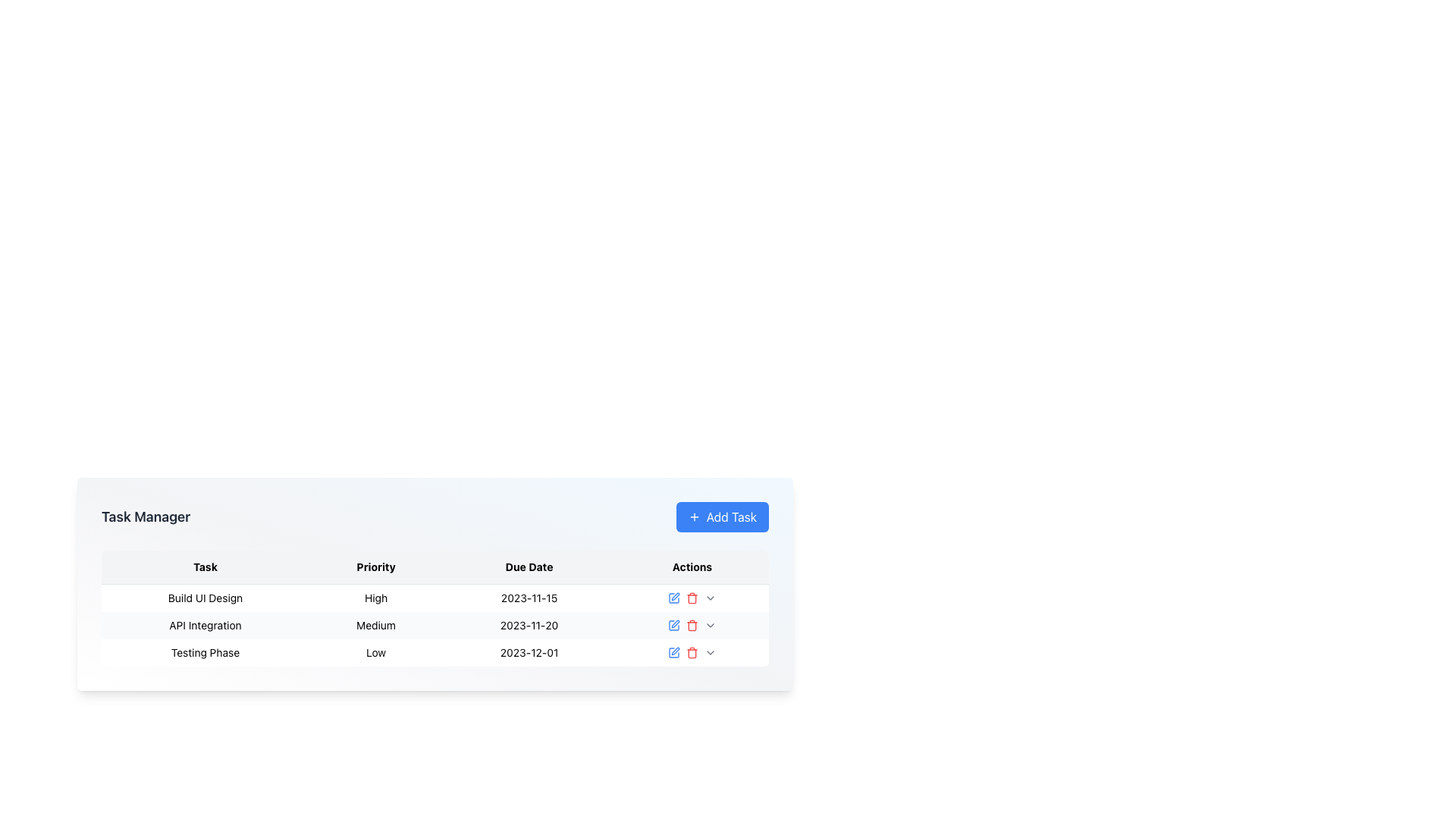 This screenshot has width=1456, height=819. Describe the element at coordinates (675, 623) in the screenshot. I see `keyboard navigation` at that location.